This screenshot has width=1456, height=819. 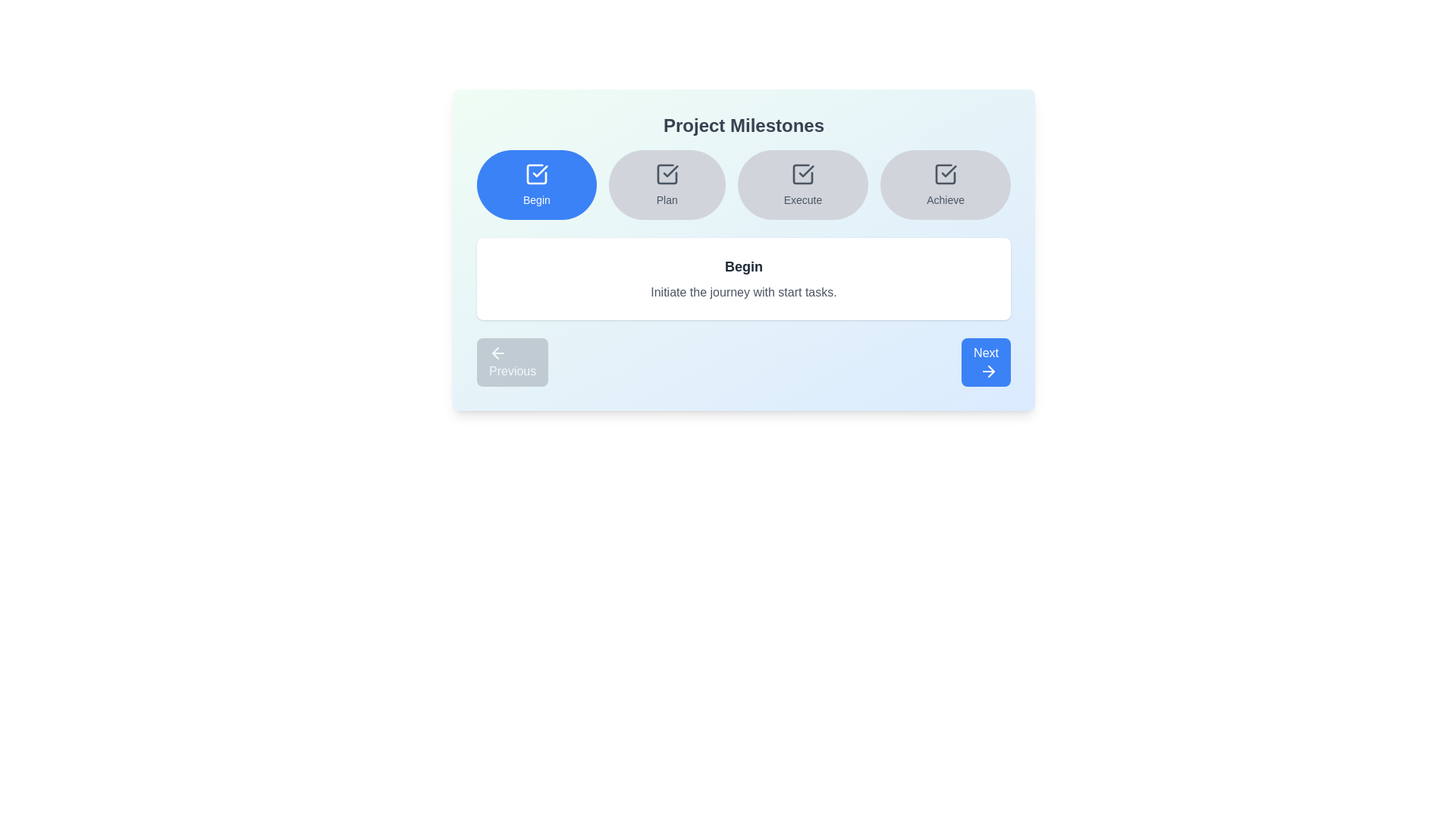 What do you see at coordinates (802, 184) in the screenshot?
I see `the 'Execute' button, which is the third button in a sequence under the 'Project Milestones' title` at bounding box center [802, 184].